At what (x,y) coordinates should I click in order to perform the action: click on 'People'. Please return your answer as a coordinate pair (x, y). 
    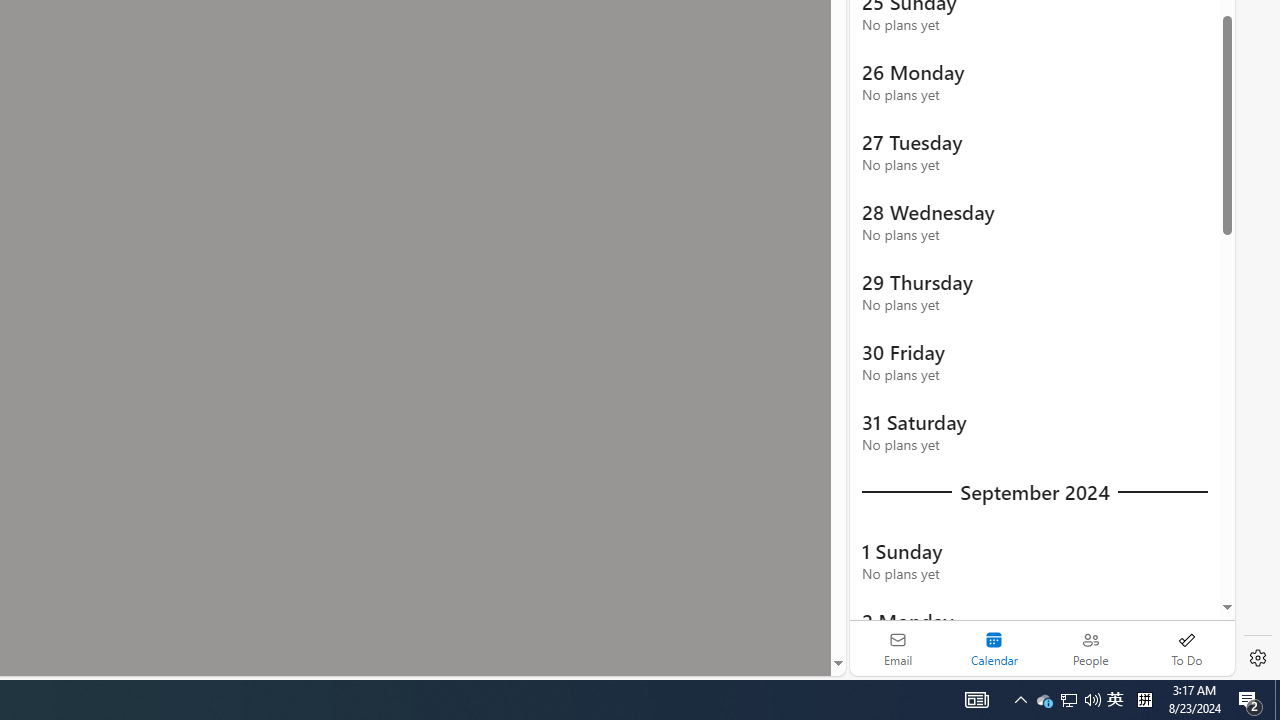
    Looking at the image, I should click on (1089, 648).